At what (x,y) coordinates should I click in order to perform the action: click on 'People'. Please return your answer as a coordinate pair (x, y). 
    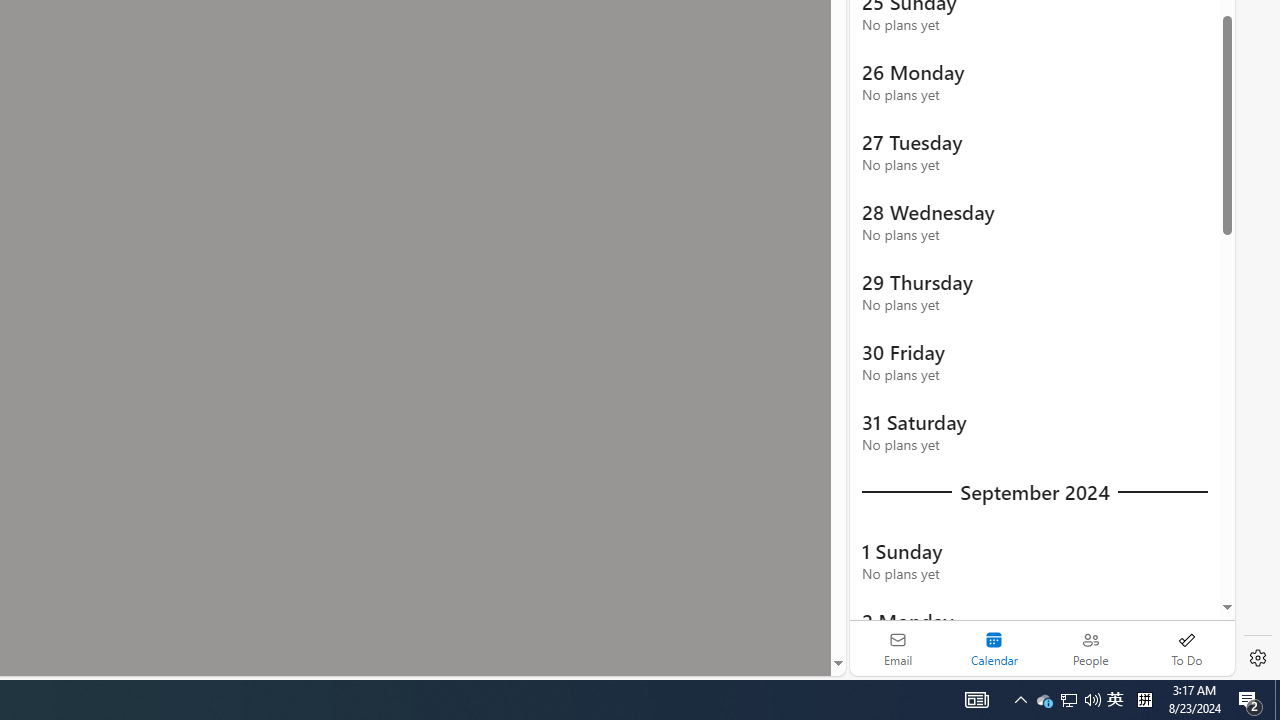
    Looking at the image, I should click on (1089, 648).